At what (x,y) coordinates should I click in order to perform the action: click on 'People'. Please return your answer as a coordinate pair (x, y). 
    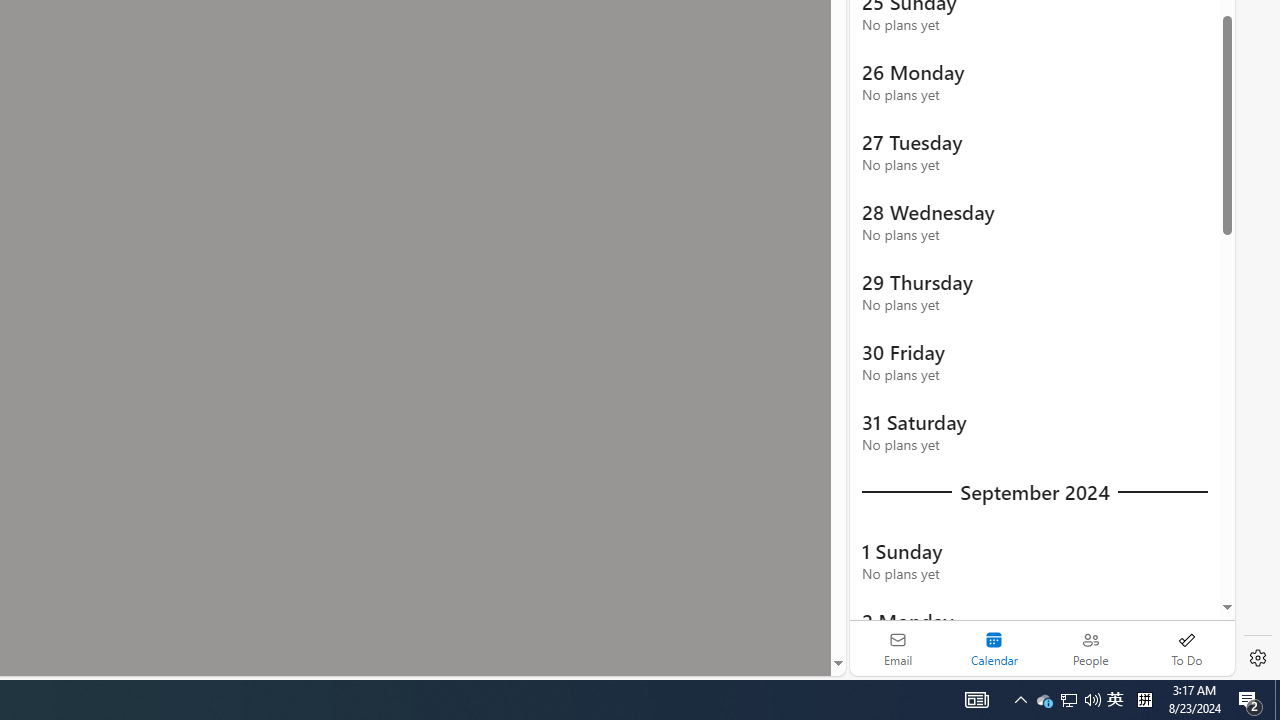
    Looking at the image, I should click on (1089, 648).